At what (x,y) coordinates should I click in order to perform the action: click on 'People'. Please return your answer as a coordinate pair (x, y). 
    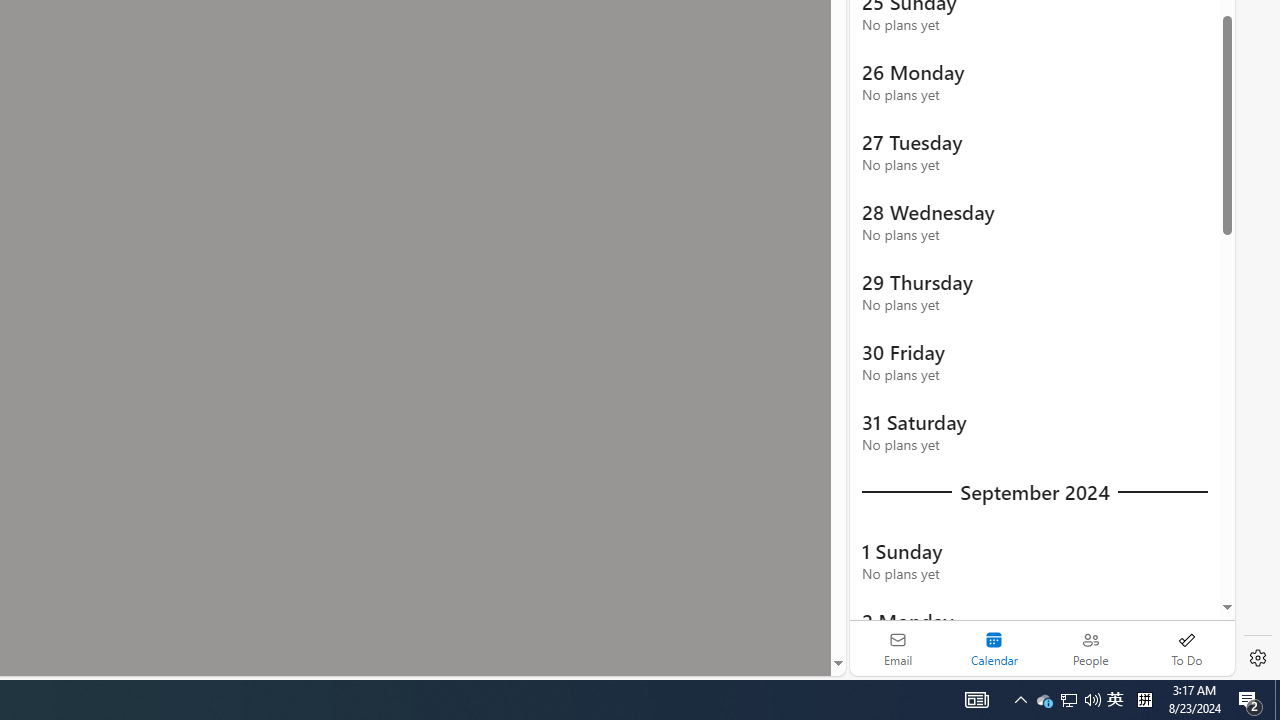
    Looking at the image, I should click on (1089, 648).